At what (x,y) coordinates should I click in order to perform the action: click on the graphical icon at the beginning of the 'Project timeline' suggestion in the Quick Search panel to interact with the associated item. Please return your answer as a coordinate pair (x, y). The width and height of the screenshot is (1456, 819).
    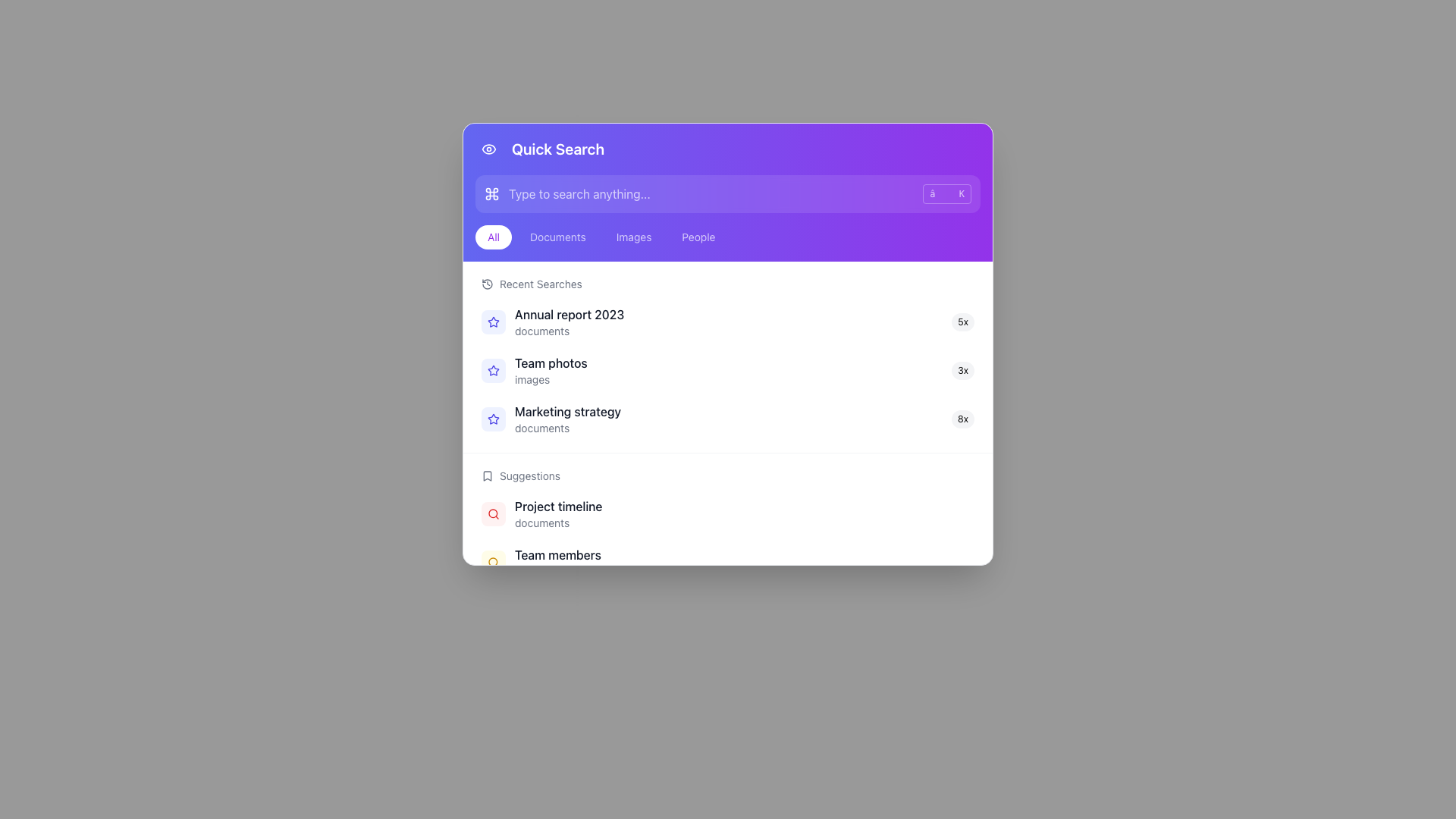
    Looking at the image, I should click on (494, 513).